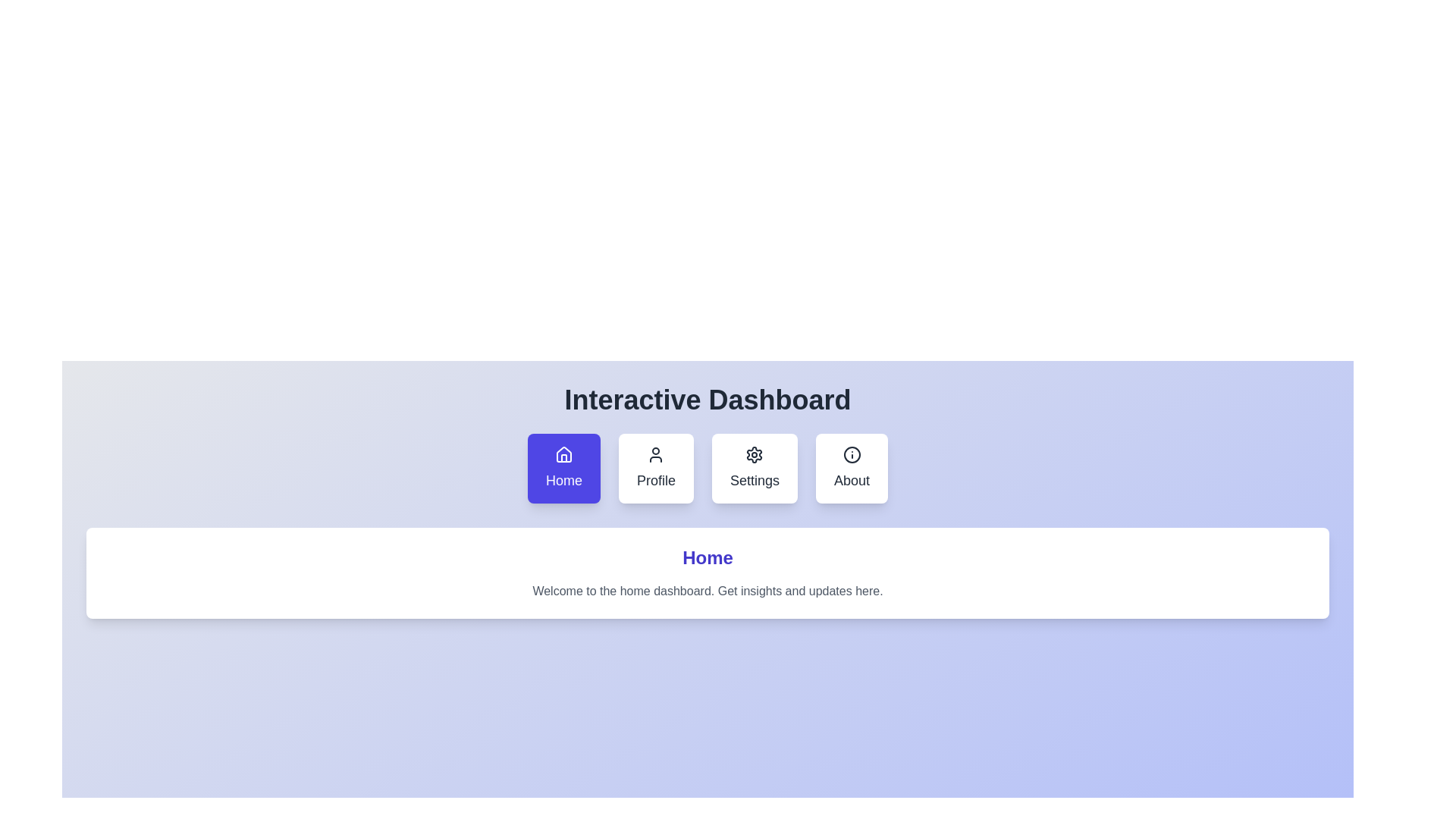 The width and height of the screenshot is (1456, 819). What do you see at coordinates (707, 590) in the screenshot?
I see `the welcoming and informational Static Text element located directly below the 'Home' text in the dashboard interface` at bounding box center [707, 590].